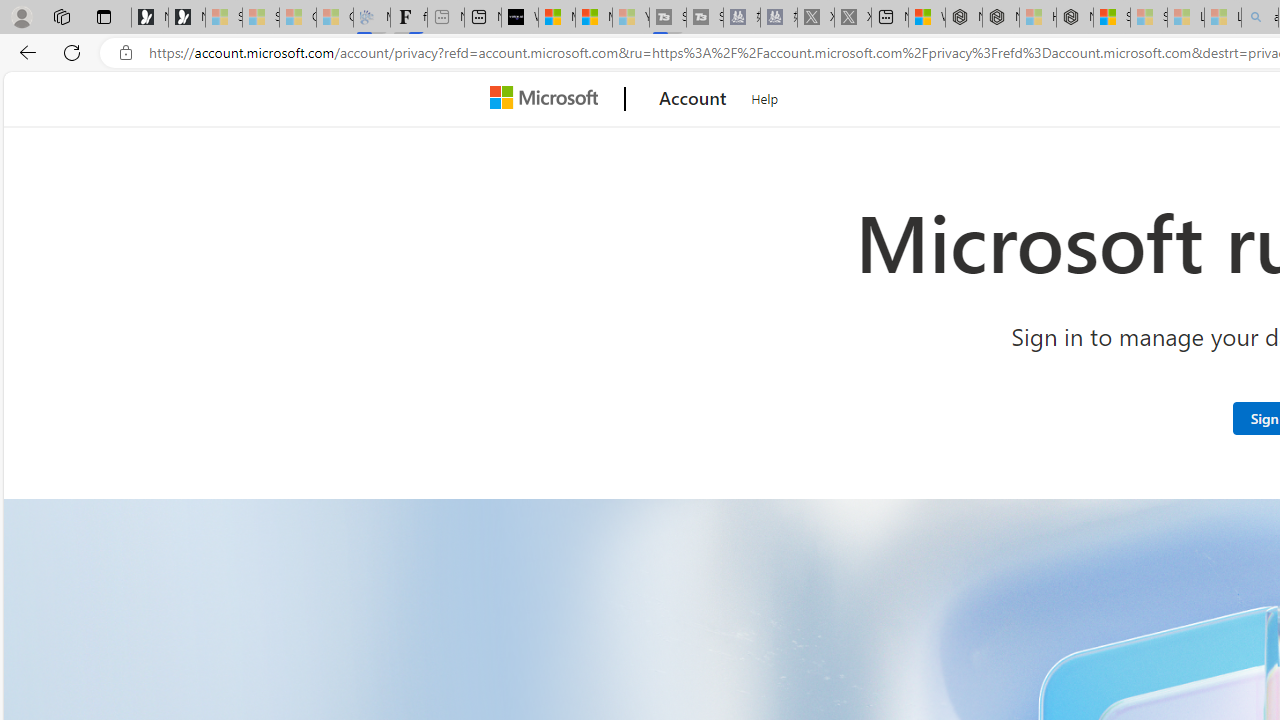 The width and height of the screenshot is (1280, 720). I want to click on 'Back', so click(24, 51).